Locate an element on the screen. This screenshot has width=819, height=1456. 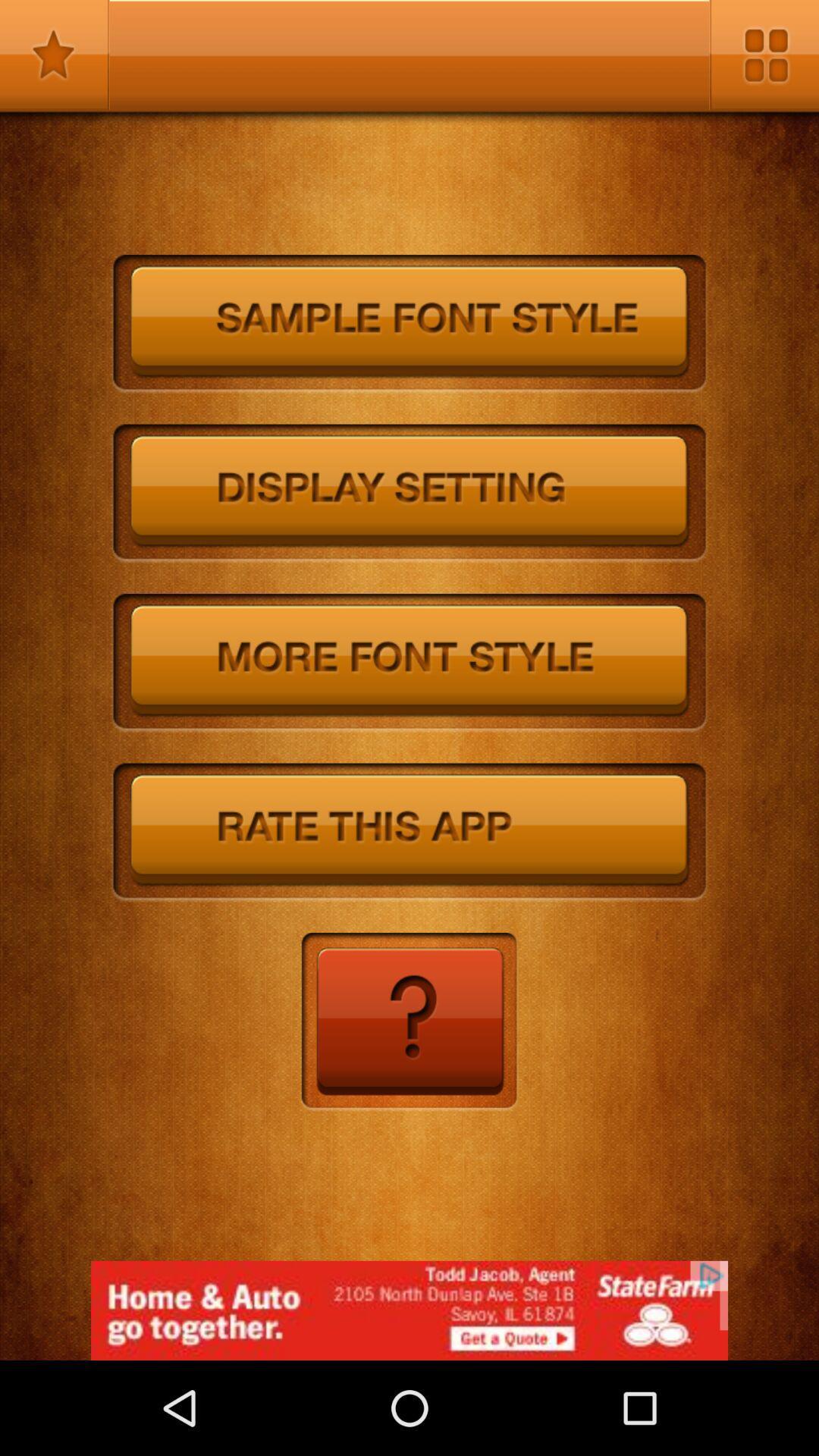
shows the question option is located at coordinates (408, 1022).